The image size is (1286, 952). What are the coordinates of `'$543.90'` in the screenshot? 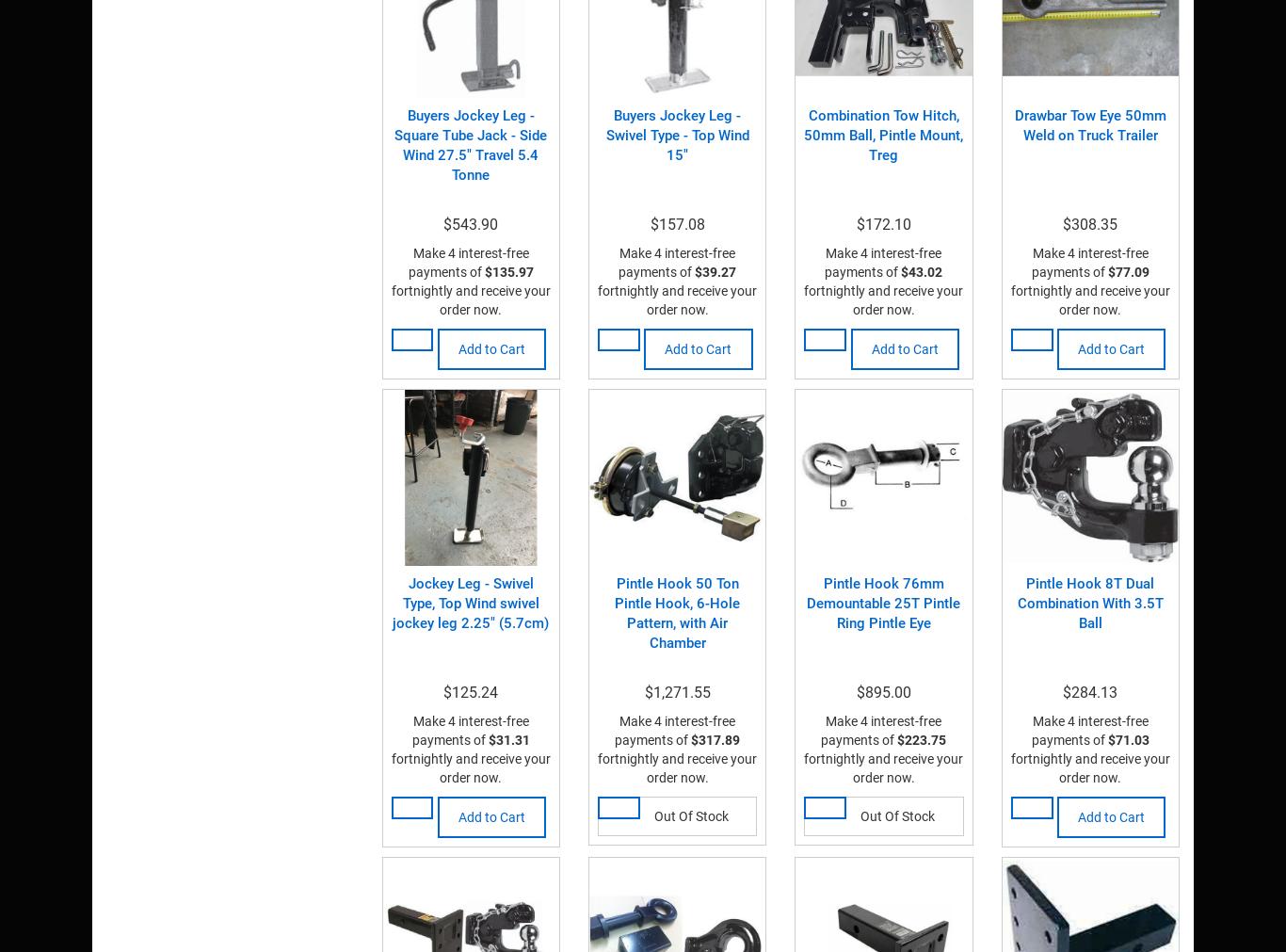 It's located at (442, 223).